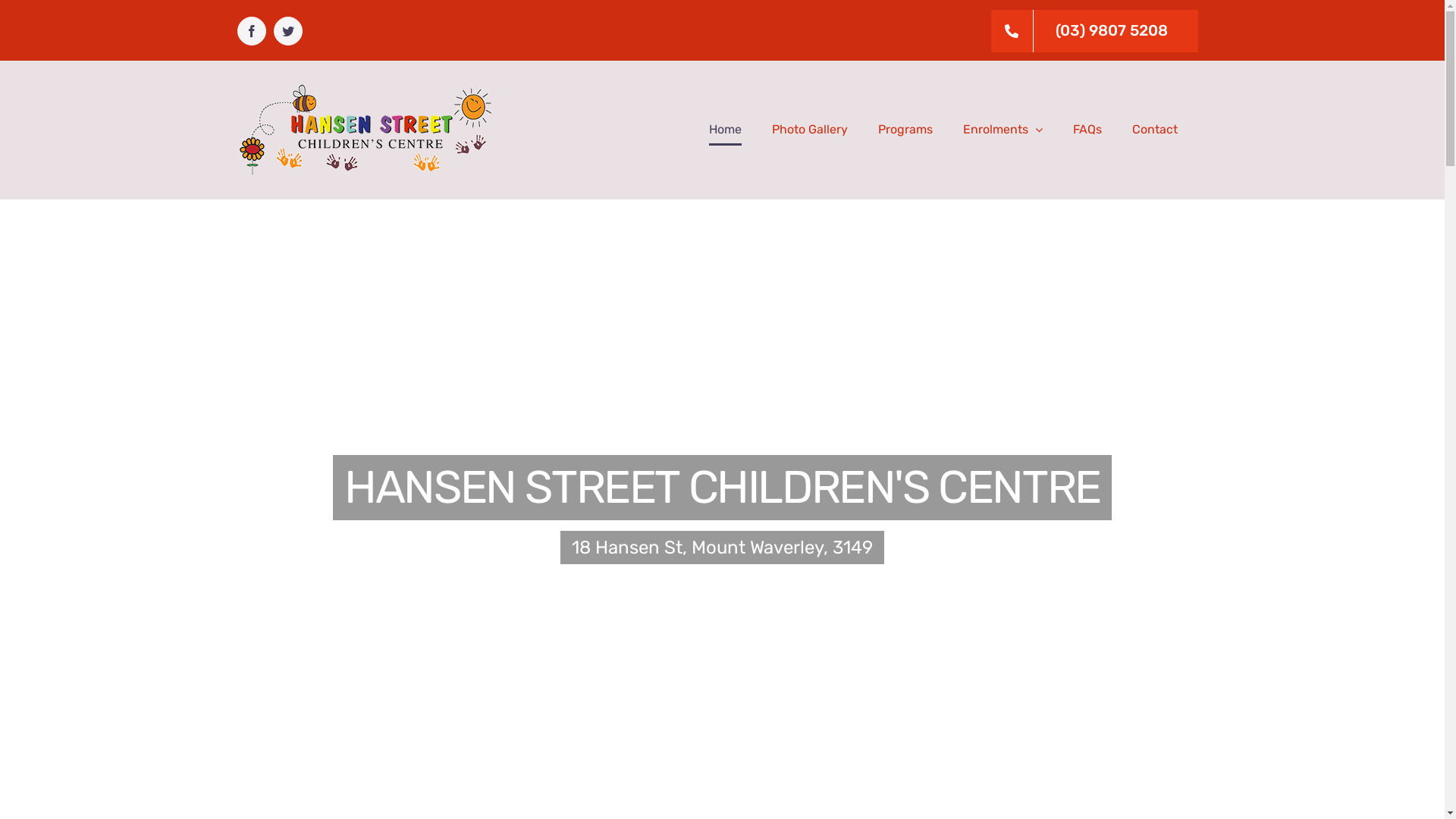 Image resolution: width=1456 pixels, height=819 pixels. I want to click on 'Contact', so click(1153, 128).